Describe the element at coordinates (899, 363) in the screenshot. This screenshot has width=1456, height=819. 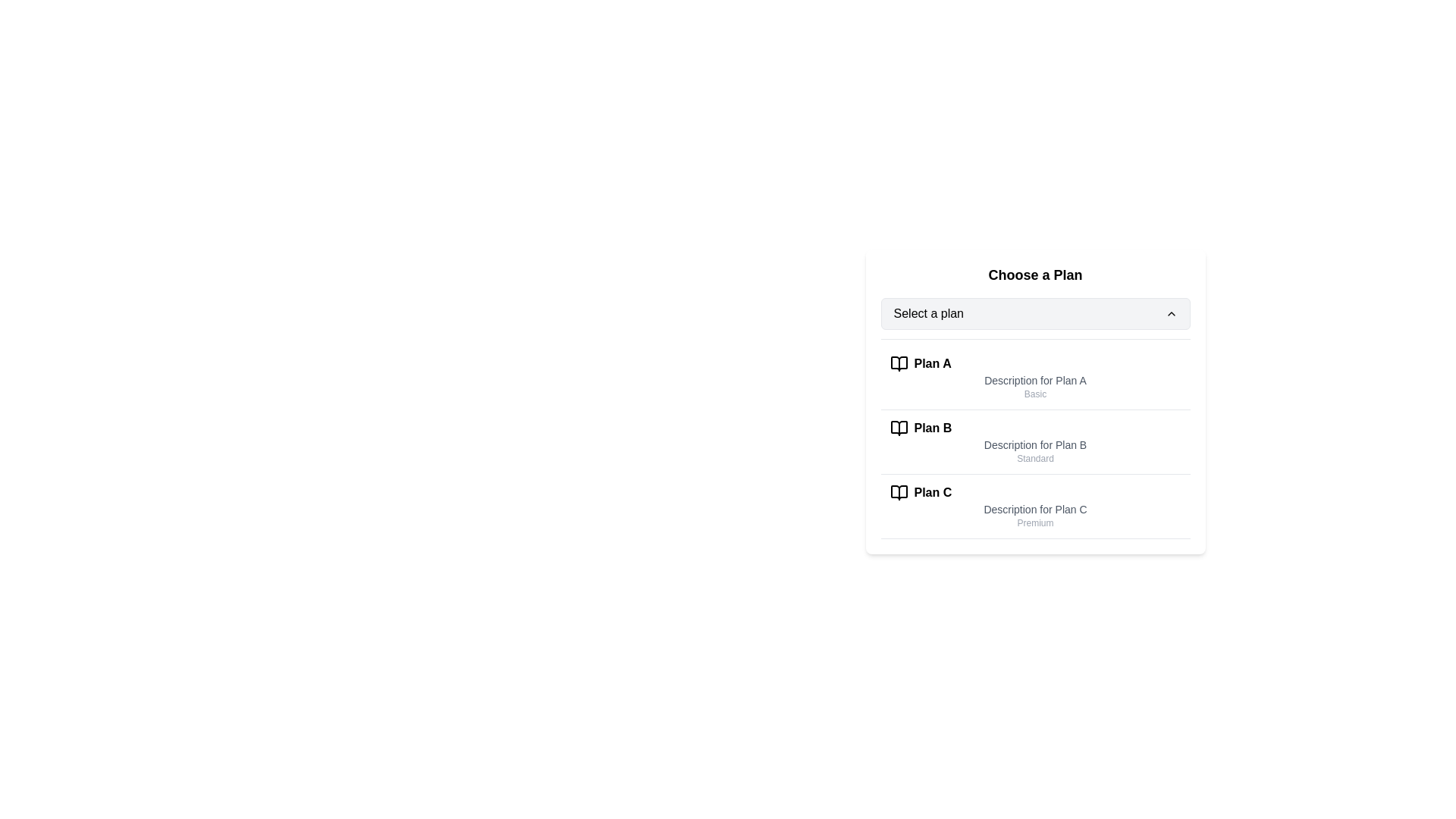
I see `the open book icon, which is characterized by two symmetrical pages and a vertical line in the middle, located to the left of the 'Plan A' label in the 'Choose a Plan' interface` at that location.